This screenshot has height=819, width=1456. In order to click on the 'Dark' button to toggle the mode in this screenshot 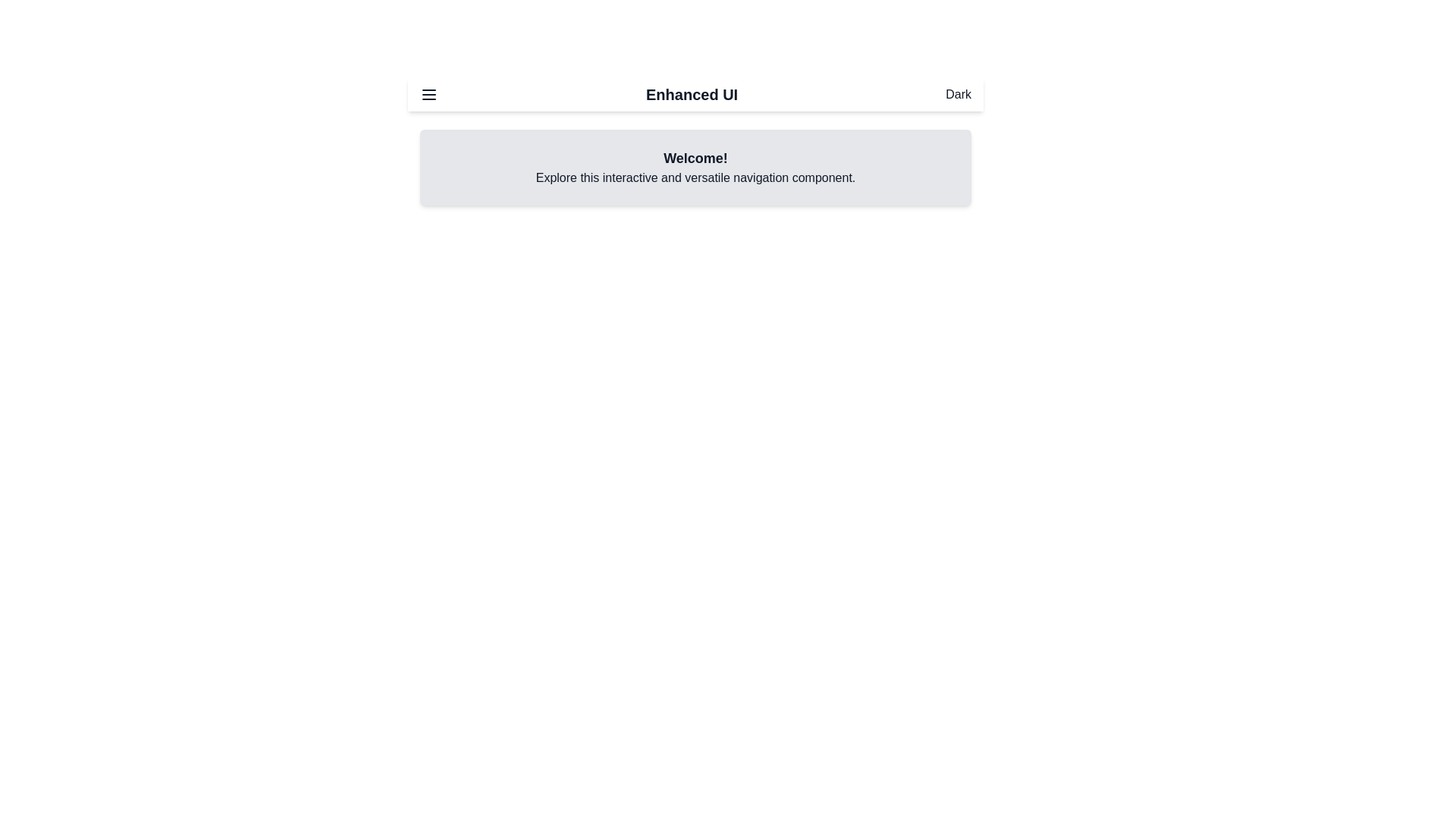, I will do `click(957, 94)`.